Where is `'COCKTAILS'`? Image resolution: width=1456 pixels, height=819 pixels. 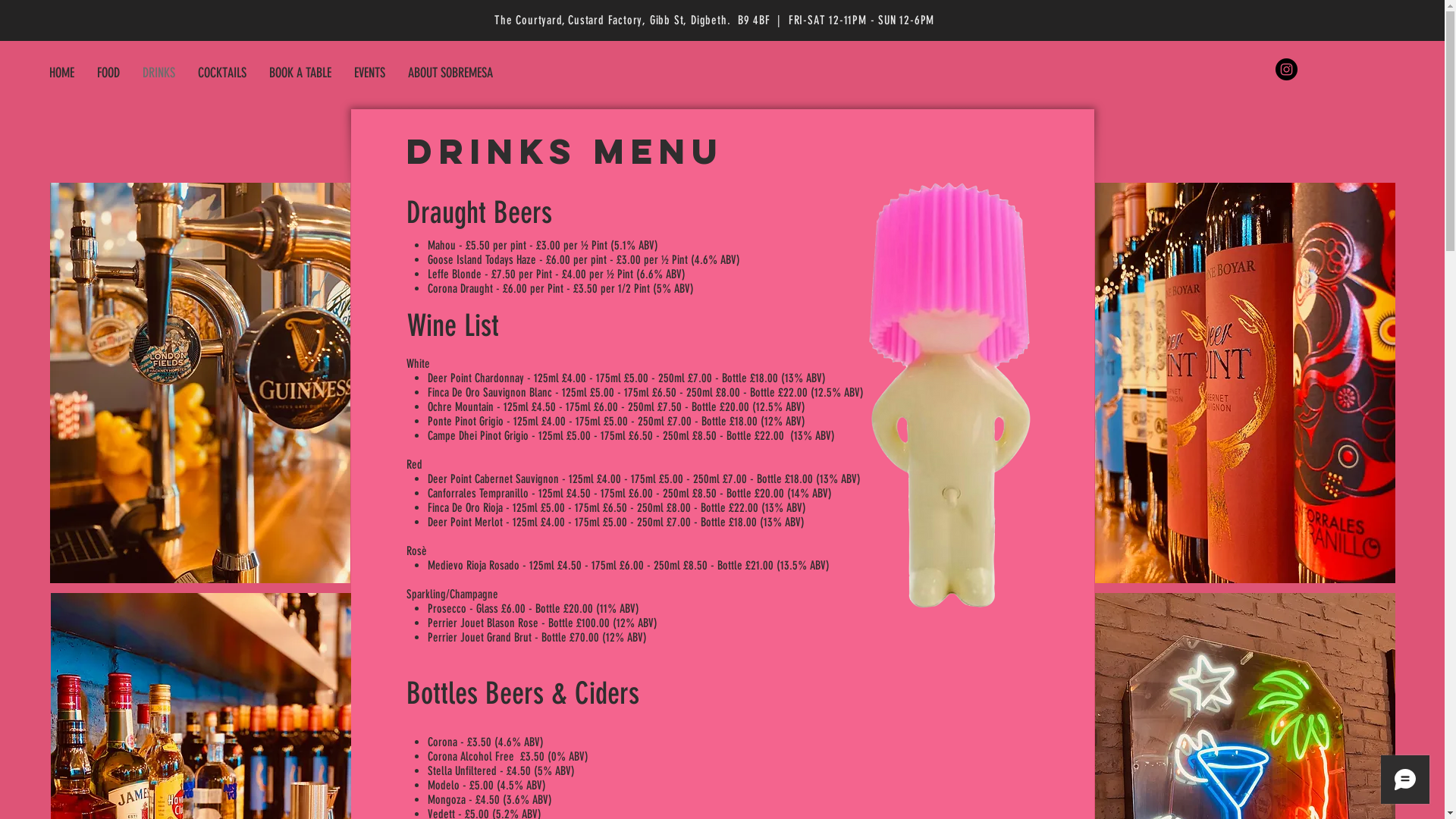
'COCKTAILS' is located at coordinates (185, 73).